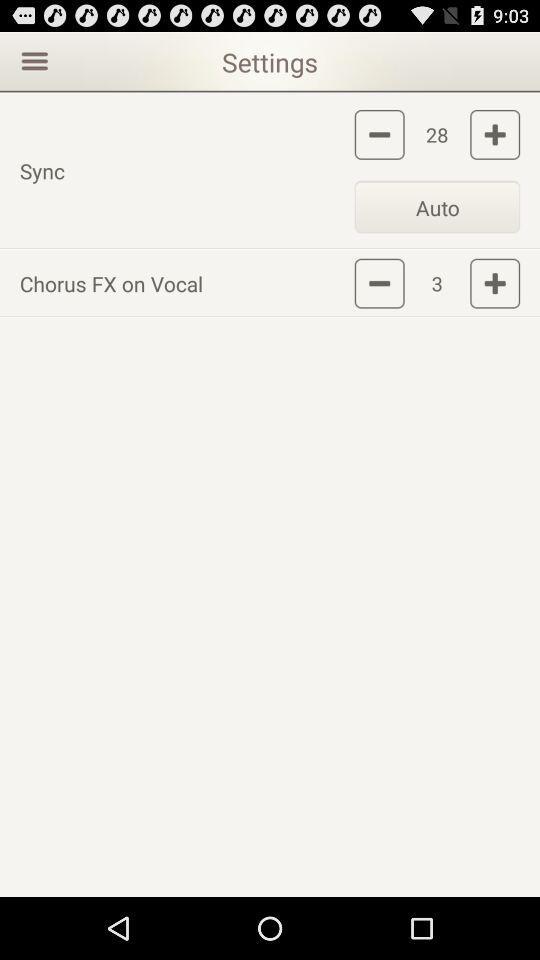 This screenshot has width=540, height=960. Describe the element at coordinates (494, 282) in the screenshot. I see `increase chorus fx on vocal` at that location.